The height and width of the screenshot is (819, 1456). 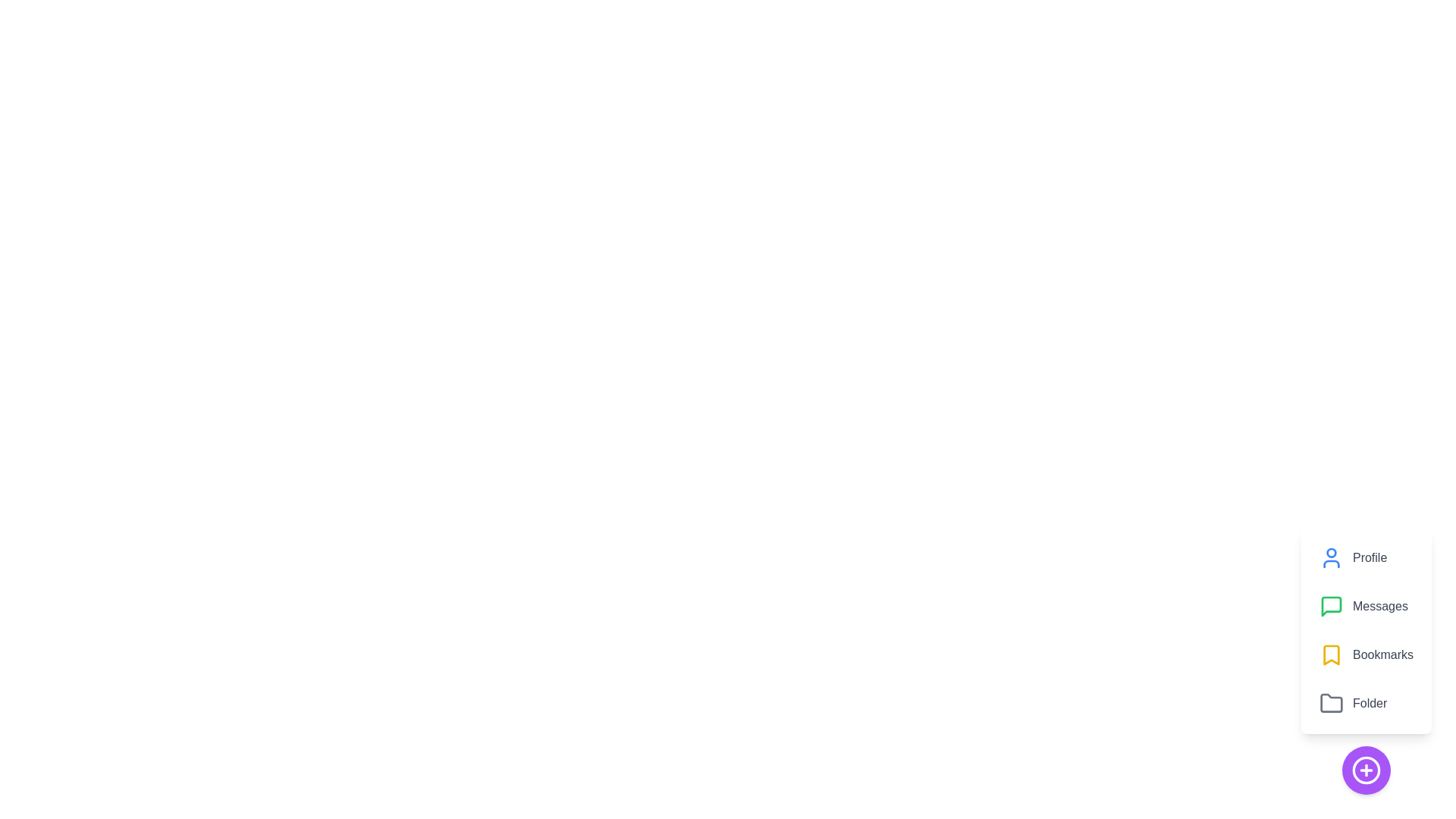 What do you see at coordinates (1366, 770) in the screenshot?
I see `purple button to toggle the visibility of the options menu` at bounding box center [1366, 770].